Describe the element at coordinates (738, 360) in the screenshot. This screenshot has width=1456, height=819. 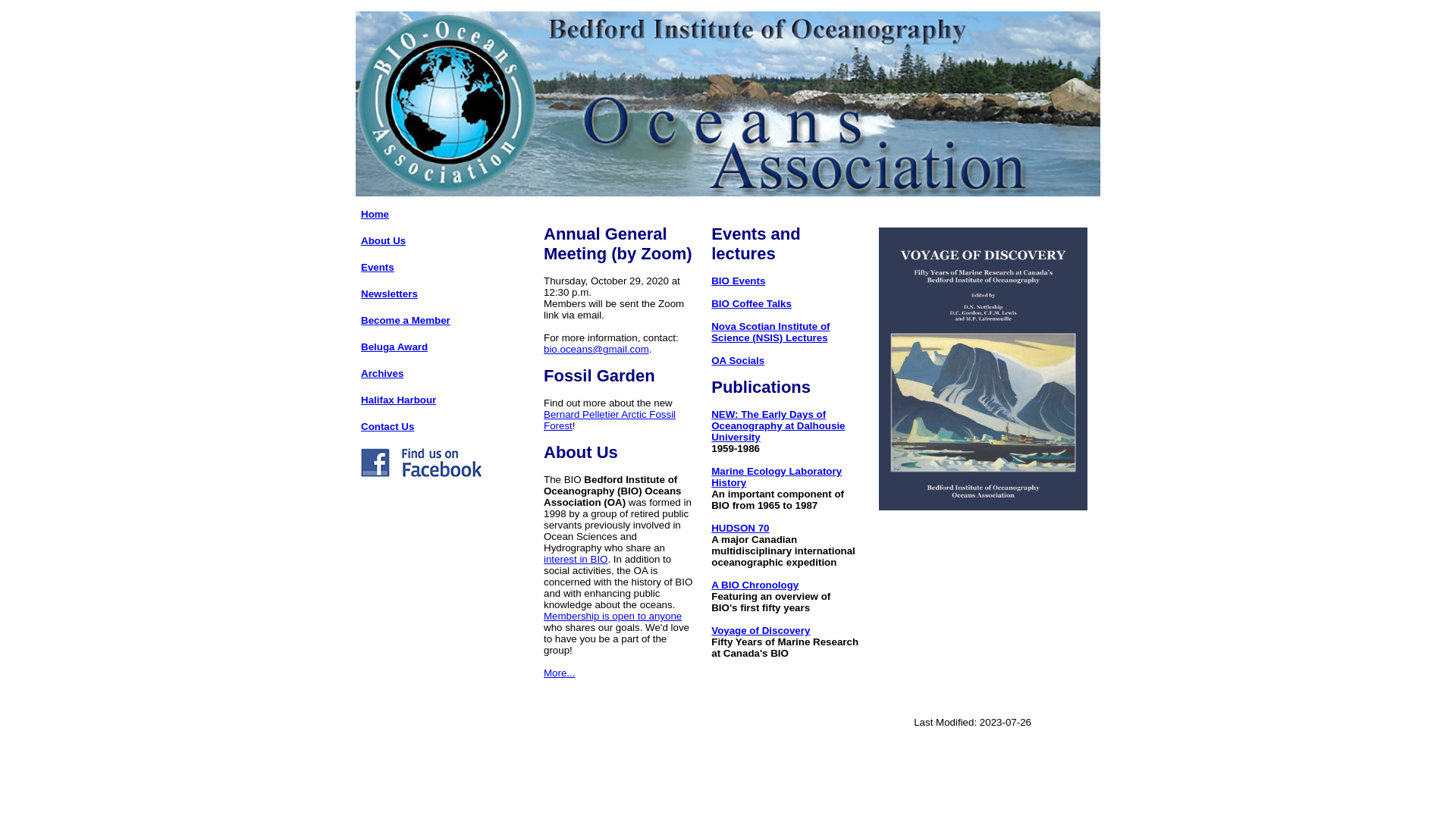
I see `'OA Socials'` at that location.